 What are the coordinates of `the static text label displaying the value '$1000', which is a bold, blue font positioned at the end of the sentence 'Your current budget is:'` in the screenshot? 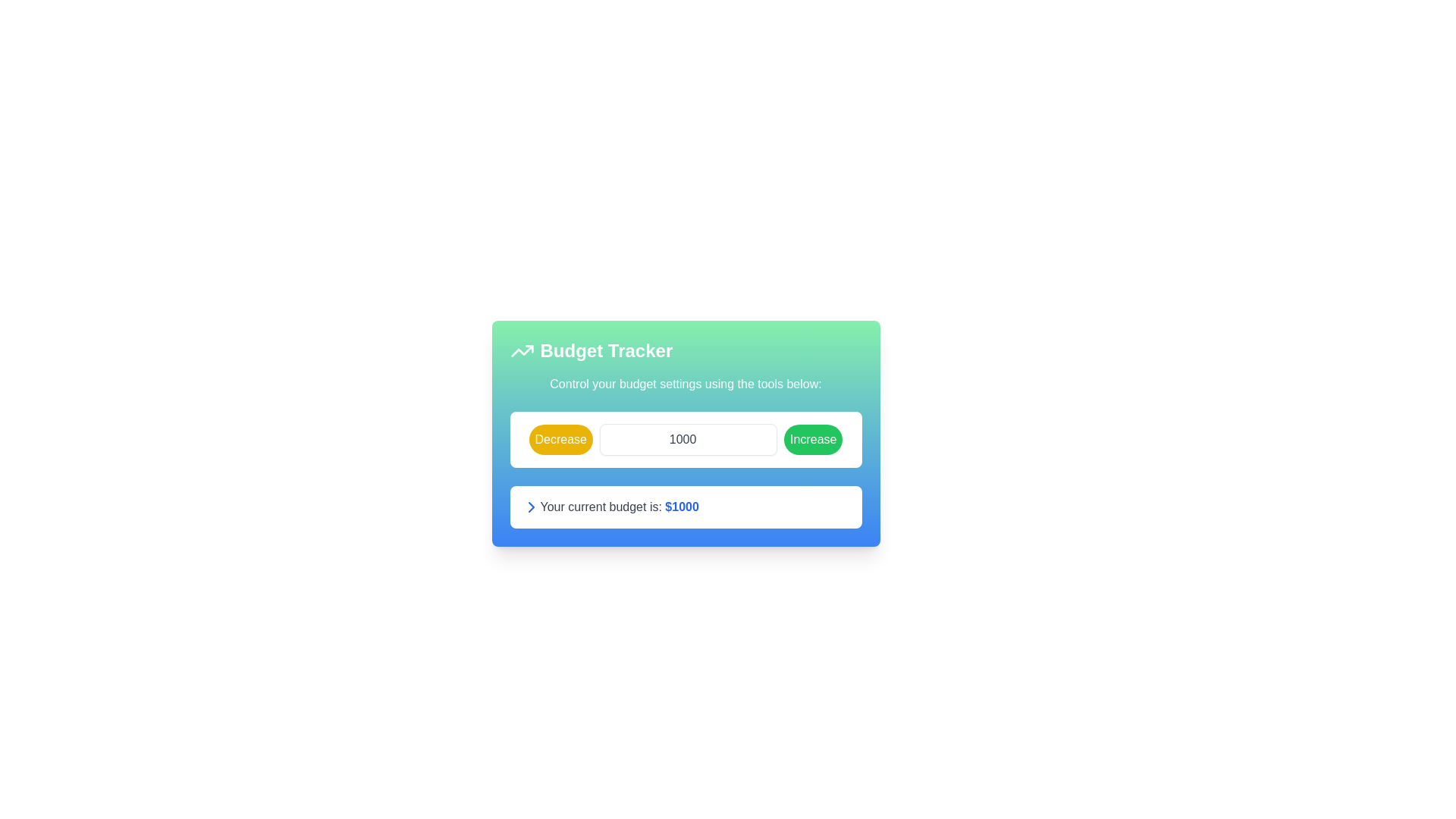 It's located at (681, 507).